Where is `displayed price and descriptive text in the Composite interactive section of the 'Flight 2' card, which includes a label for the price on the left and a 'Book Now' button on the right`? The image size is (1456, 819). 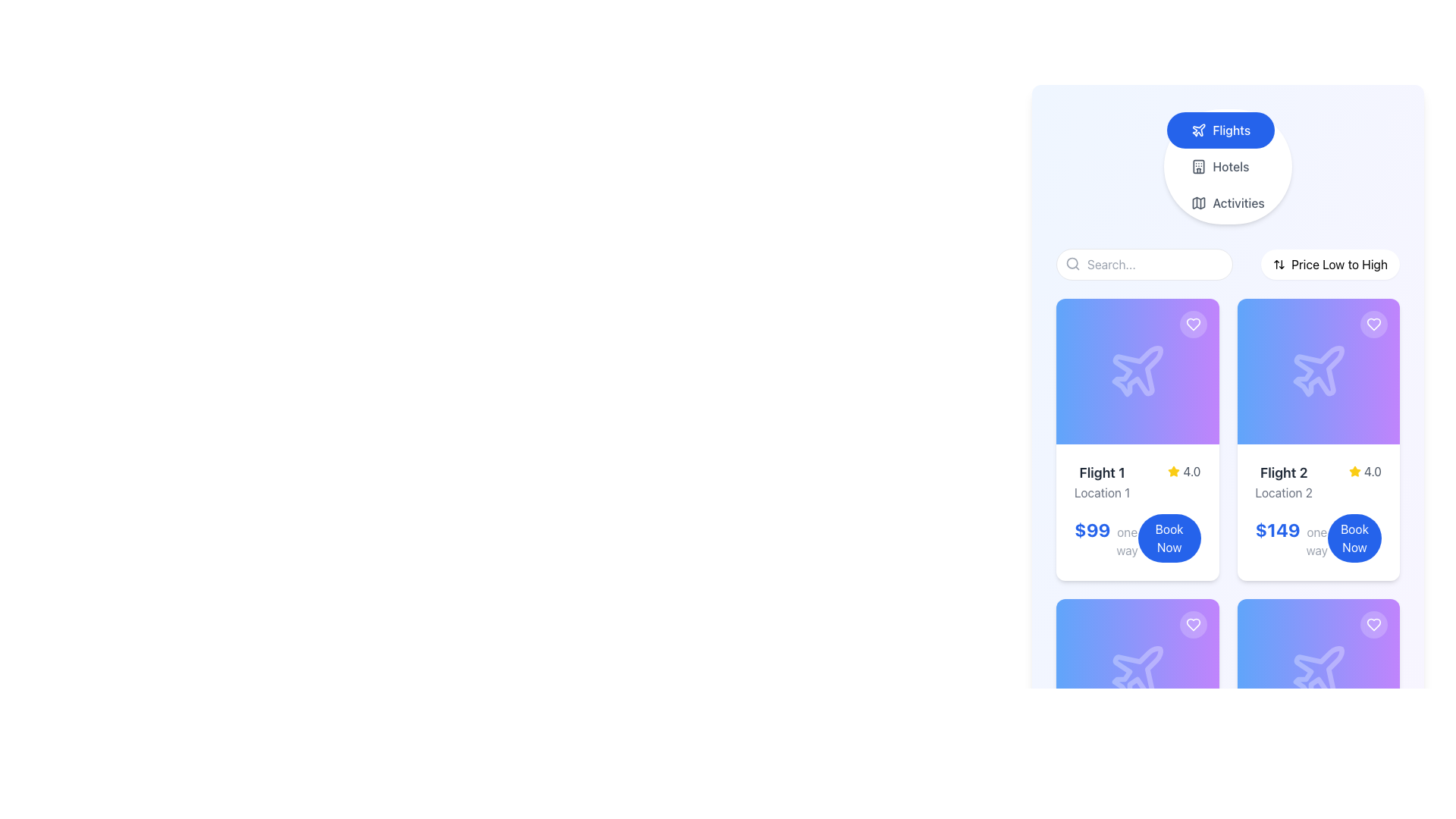
displayed price and descriptive text in the Composite interactive section of the 'Flight 2' card, which includes a label for the price on the left and a 'Book Now' button on the right is located at coordinates (1317, 537).